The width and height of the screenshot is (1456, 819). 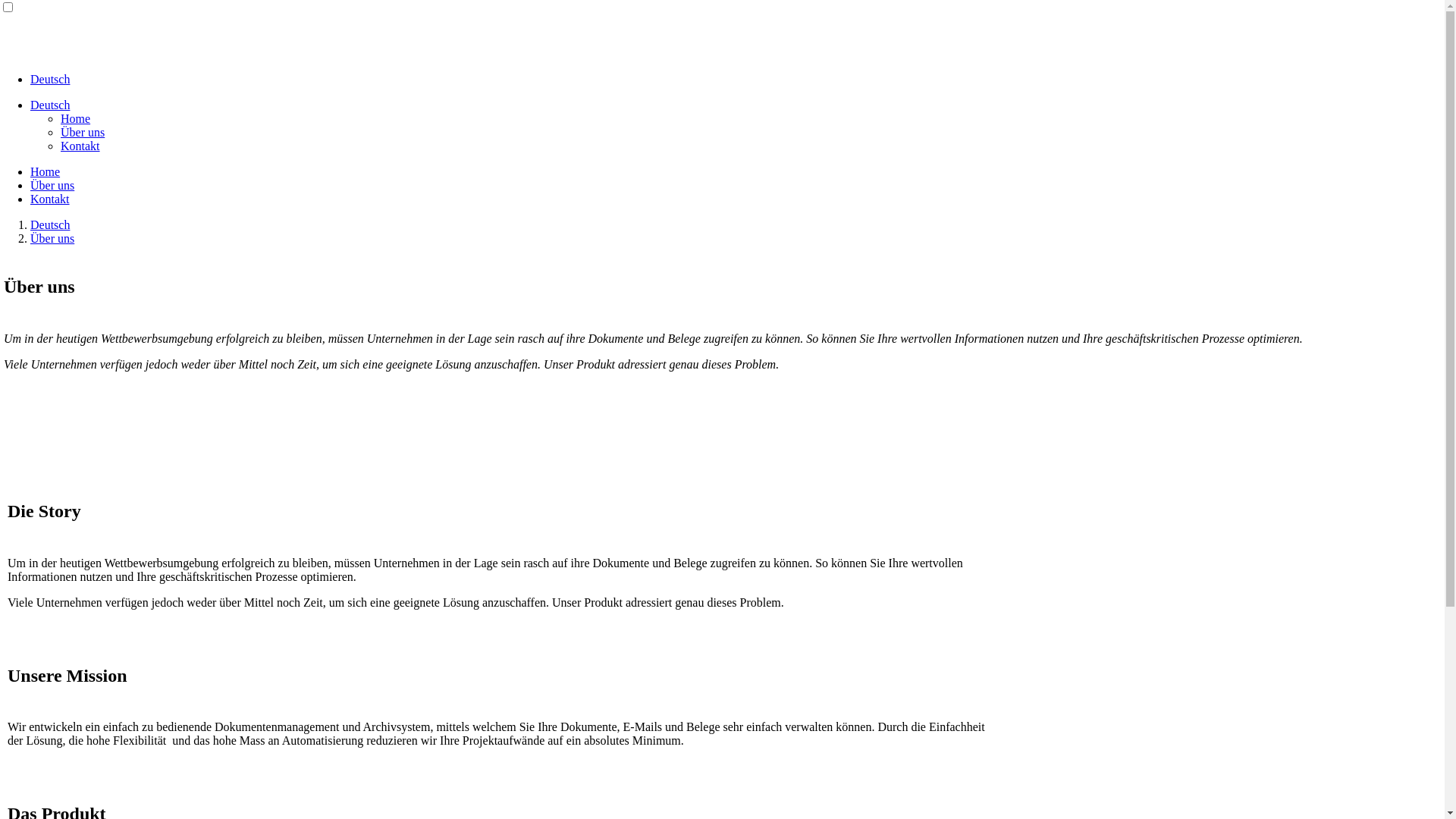 What do you see at coordinates (30, 198) in the screenshot?
I see `'Kontakt'` at bounding box center [30, 198].